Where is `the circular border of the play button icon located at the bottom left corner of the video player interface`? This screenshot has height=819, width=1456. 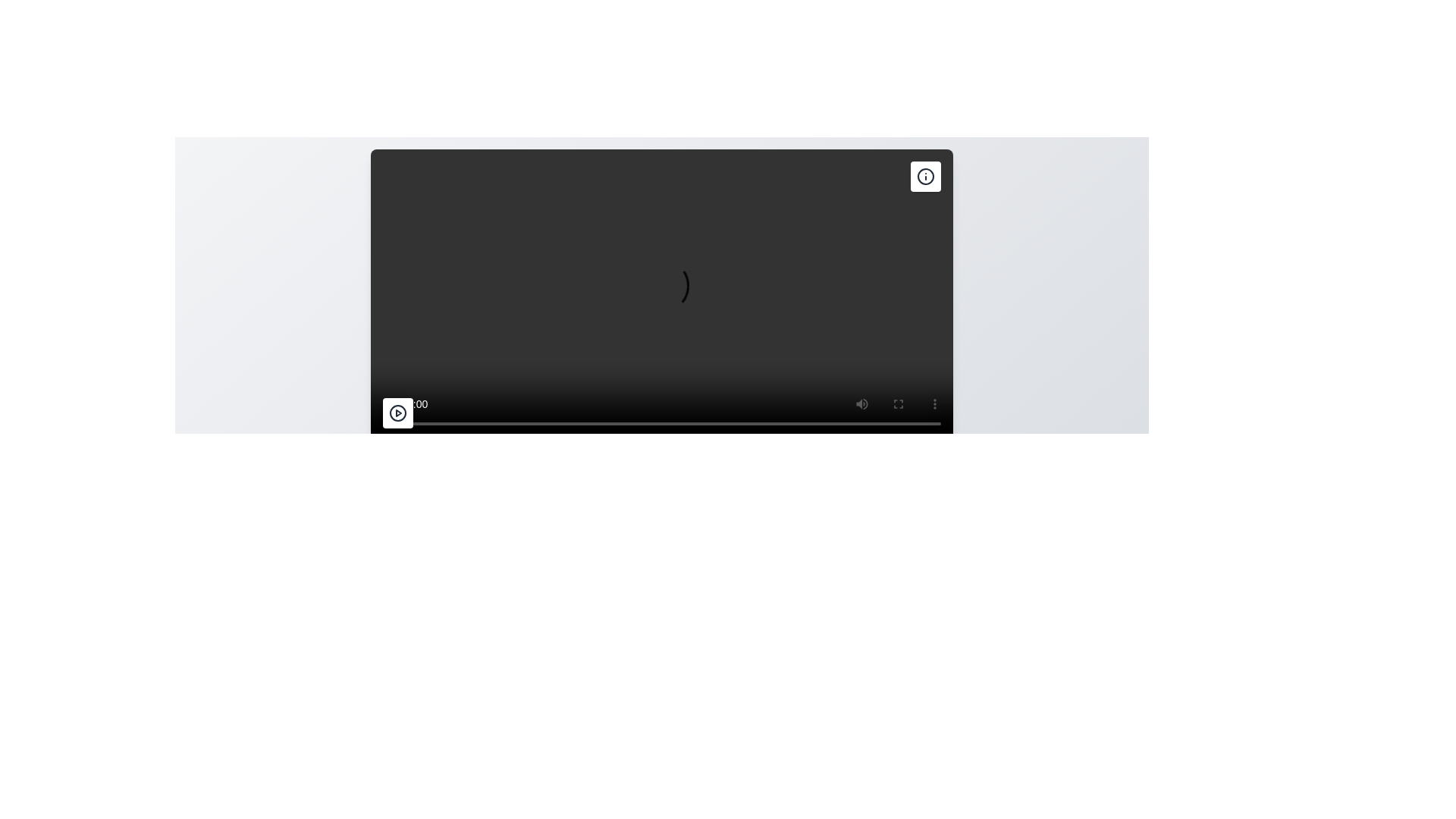 the circular border of the play button icon located at the bottom left corner of the video player interface is located at coordinates (397, 413).